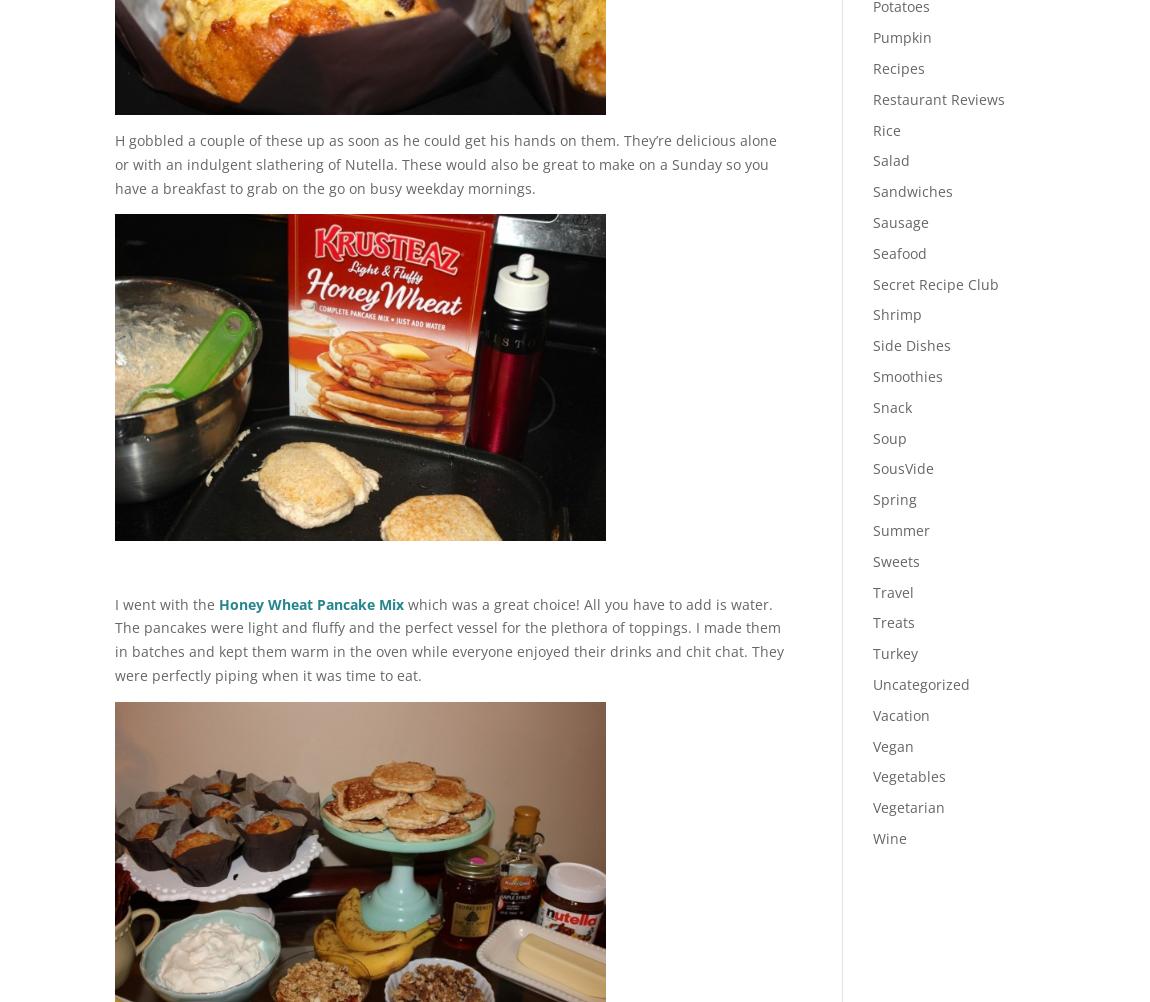  Describe the element at coordinates (908, 775) in the screenshot. I see `'Vegetables'` at that location.